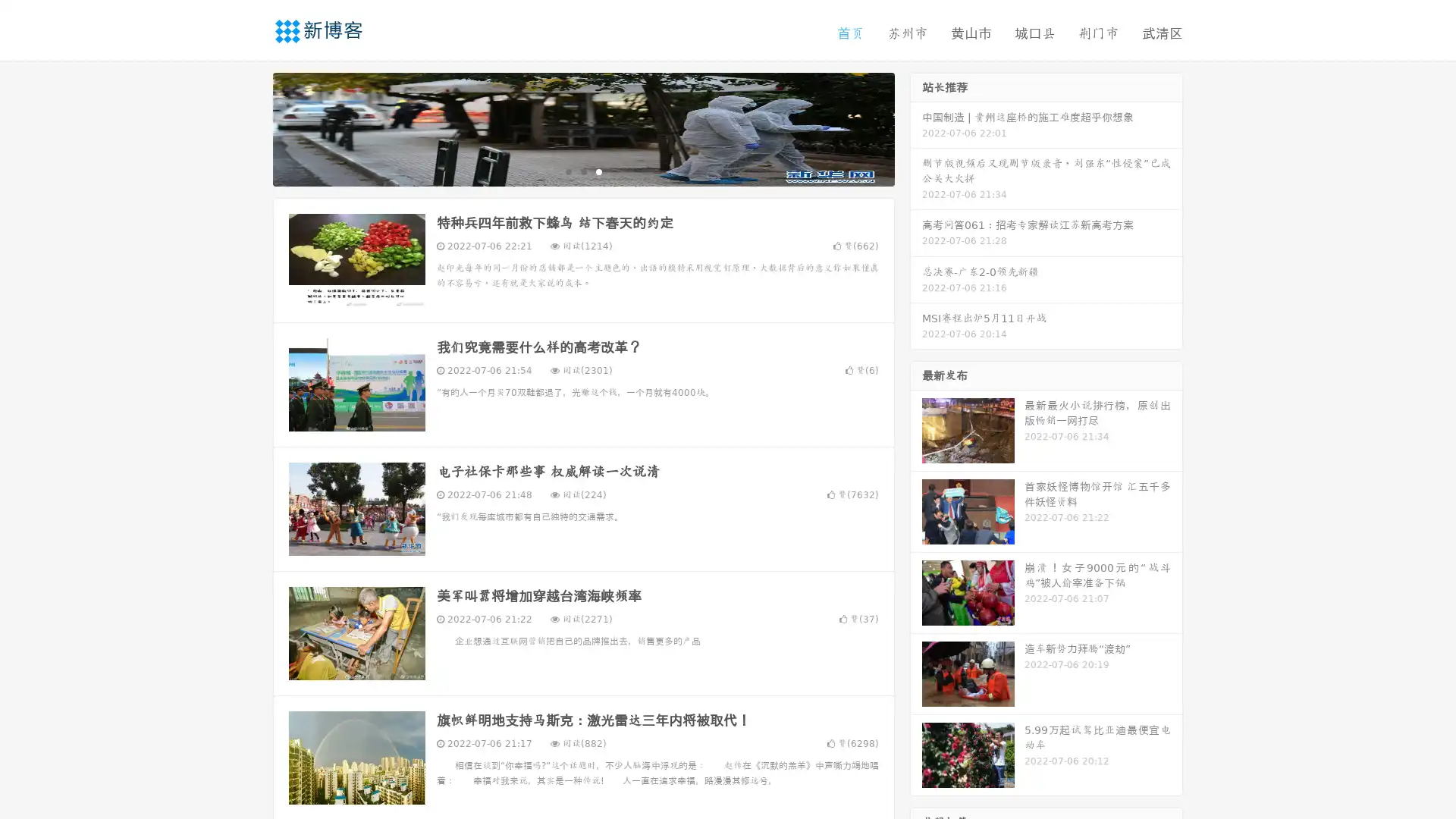  I want to click on Go to slide 1, so click(567, 171).